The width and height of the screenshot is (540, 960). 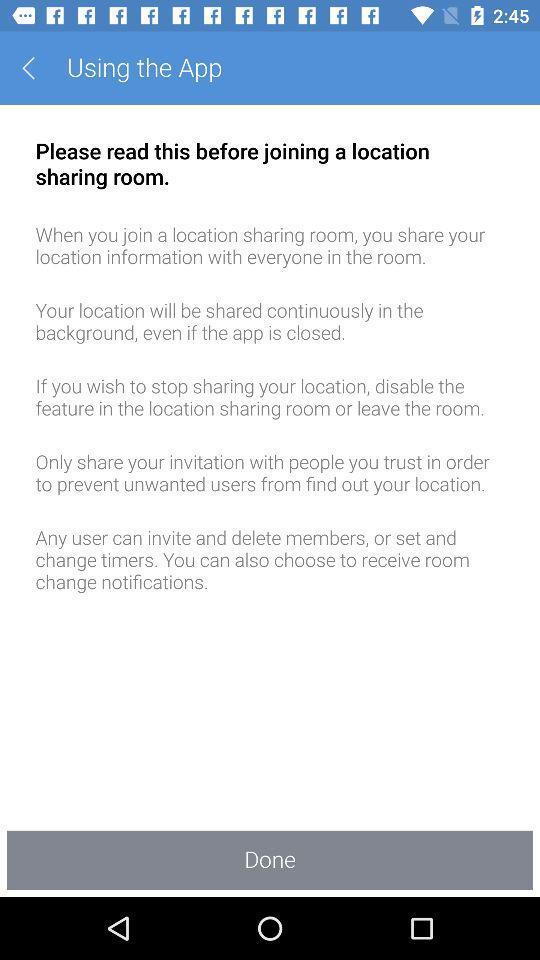 I want to click on the item below the any user can app, so click(x=270, y=859).